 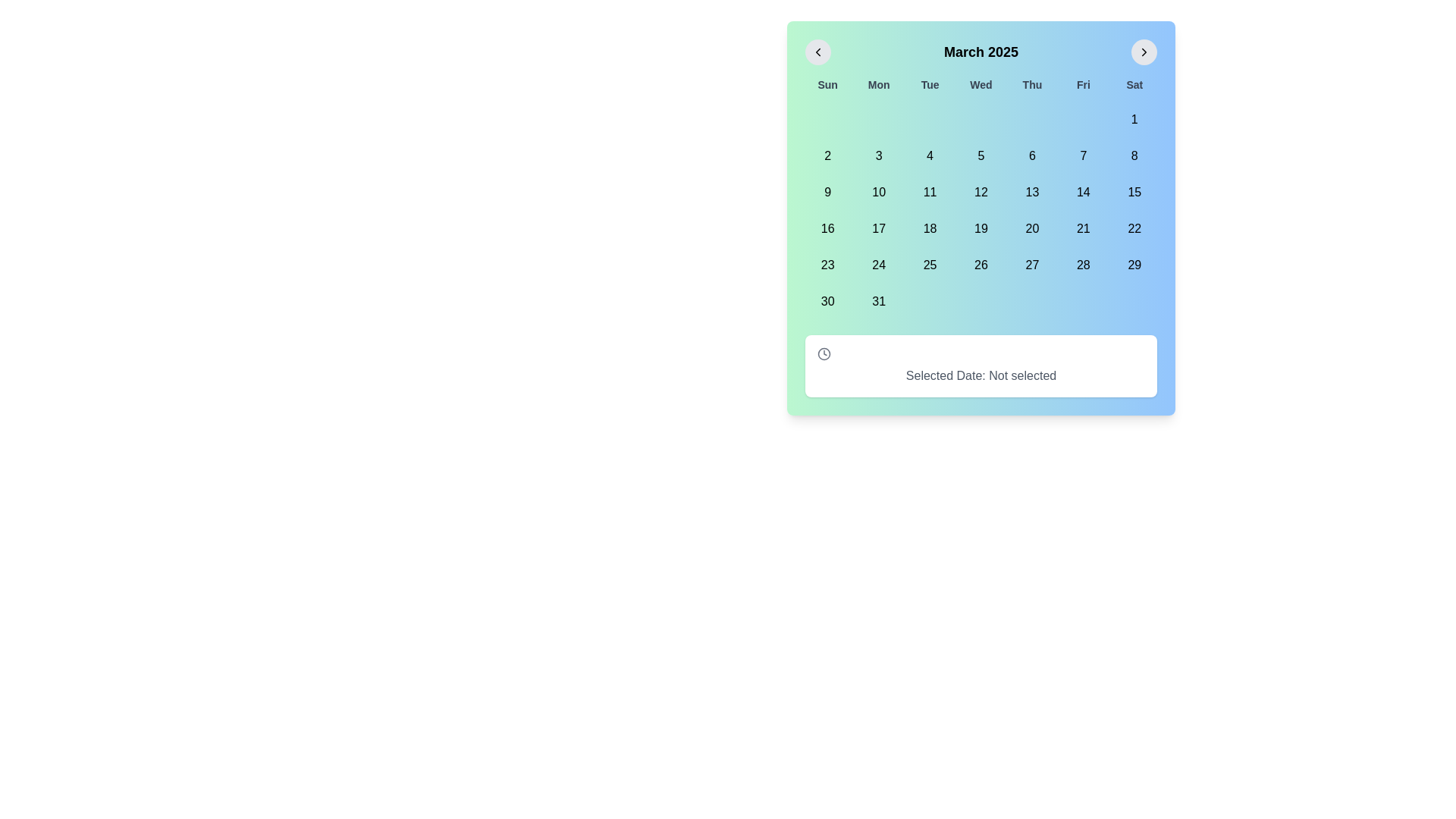 What do you see at coordinates (827, 155) in the screenshot?
I see `the round-edged square button labeled '2' in the calendar grid` at bounding box center [827, 155].